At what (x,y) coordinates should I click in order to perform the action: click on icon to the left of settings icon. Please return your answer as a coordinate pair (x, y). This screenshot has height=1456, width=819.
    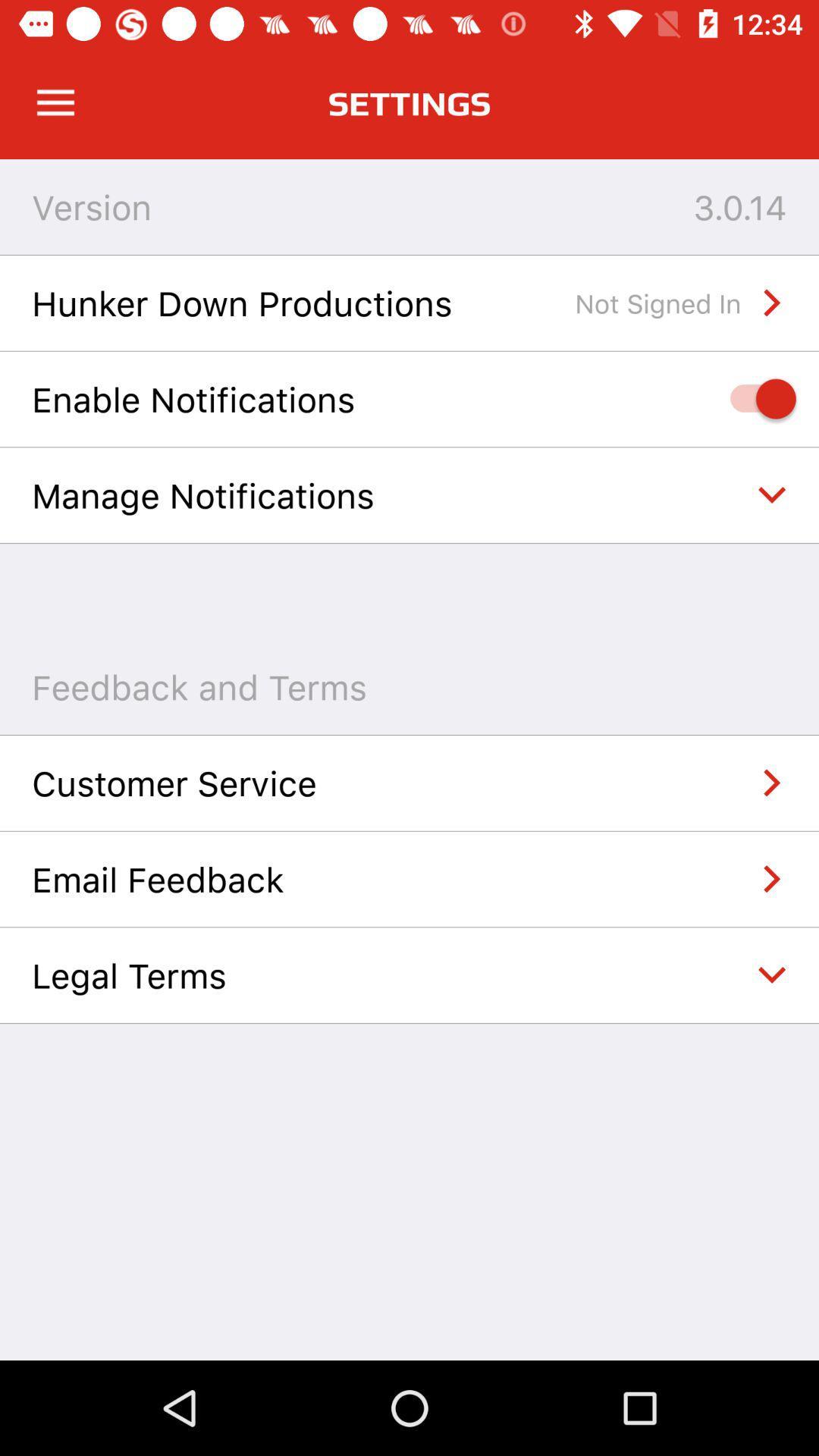
    Looking at the image, I should click on (55, 102).